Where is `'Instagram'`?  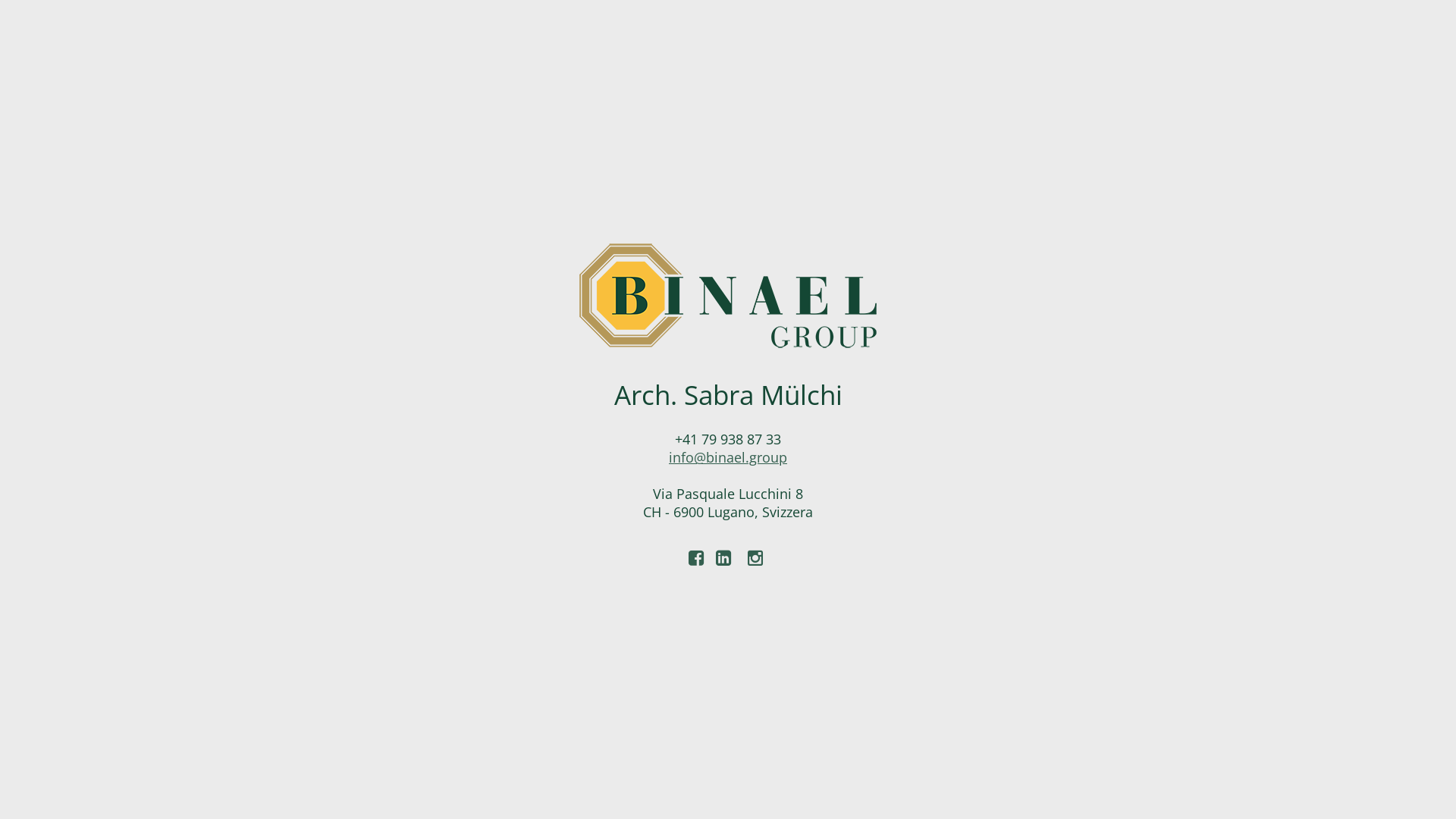 'Instagram' is located at coordinates (757, 556).